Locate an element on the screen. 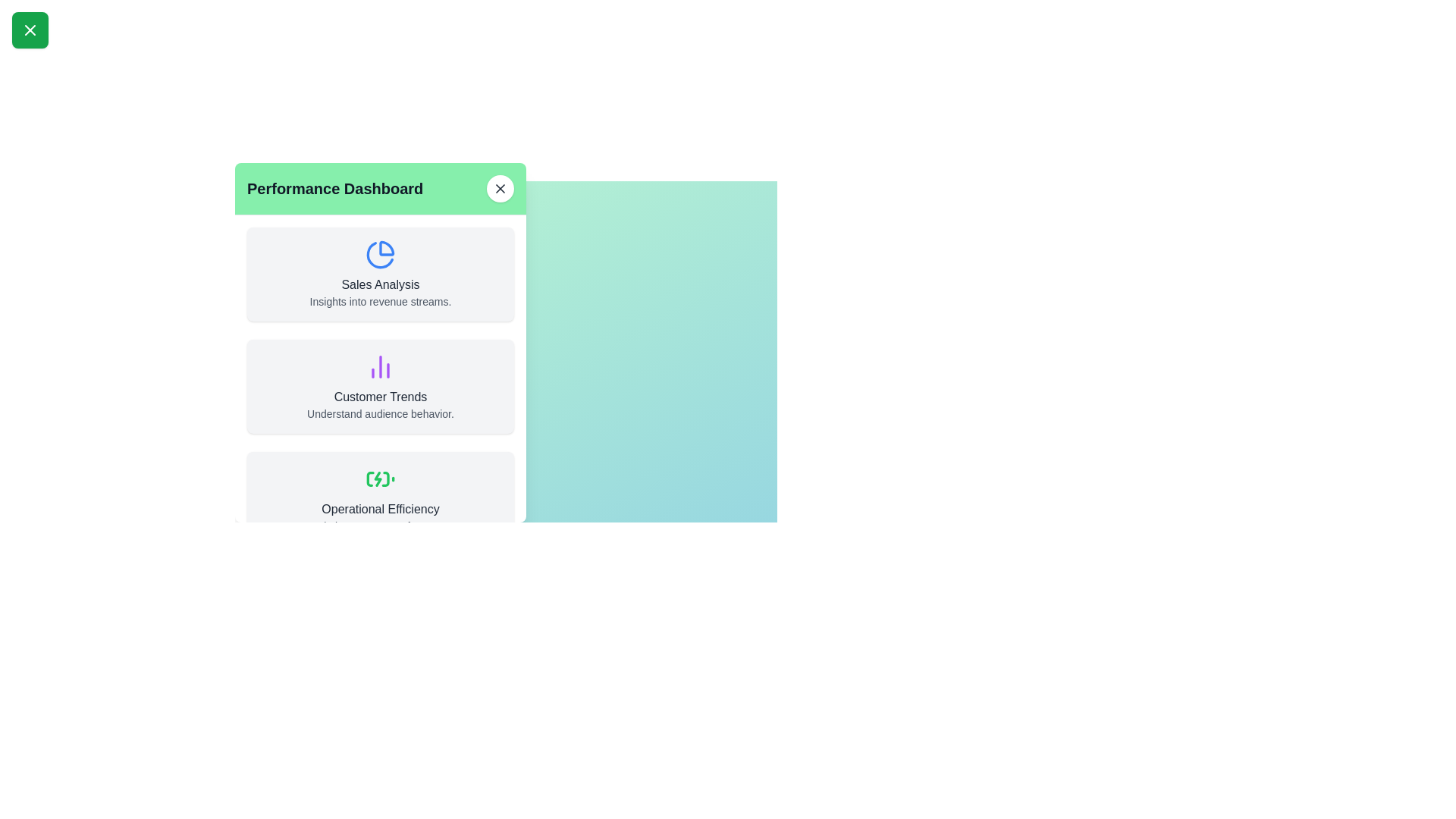 The width and height of the screenshot is (1456, 819). descriptive text provided by the Text Label located below the title 'Customer Trends' in the middle card of a three-card vertical layout is located at coordinates (381, 414).